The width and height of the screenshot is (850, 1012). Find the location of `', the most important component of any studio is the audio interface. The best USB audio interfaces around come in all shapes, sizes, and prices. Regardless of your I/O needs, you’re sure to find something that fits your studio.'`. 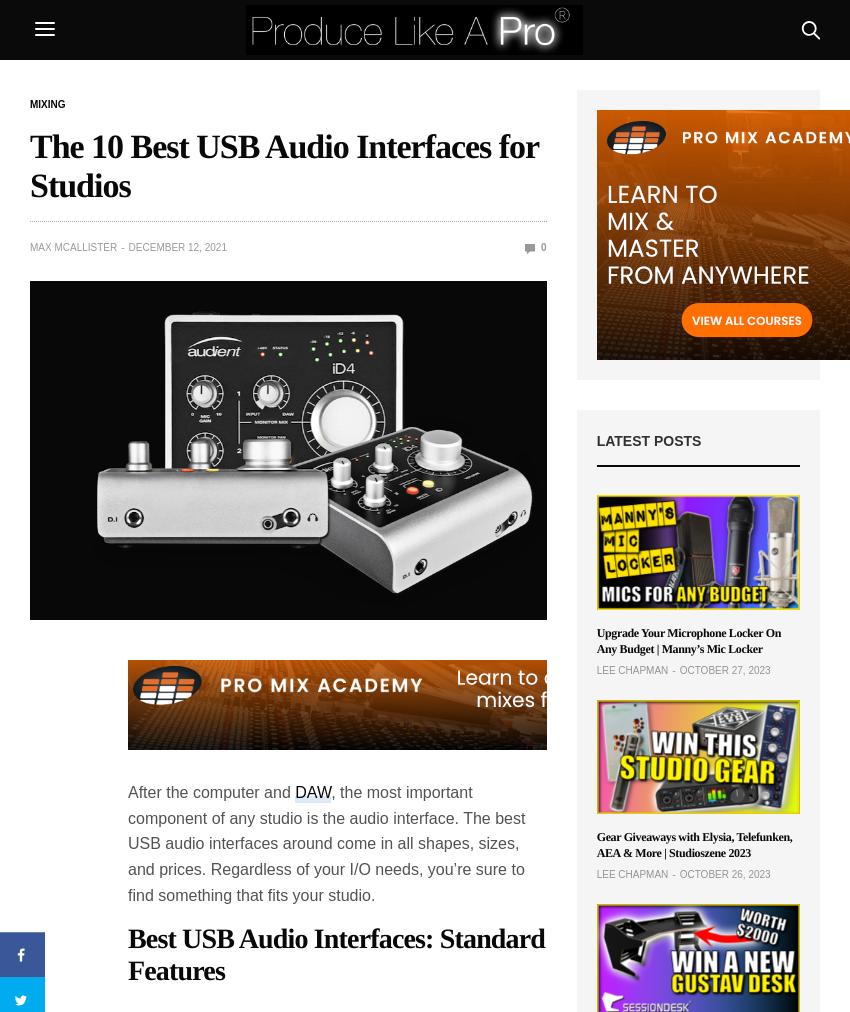

', the most important component of any studio is the audio interface. The best USB audio interfaces around come in all shapes, sizes, and prices. Regardless of your I/O needs, you’re sure to find something that fits your studio.' is located at coordinates (326, 842).